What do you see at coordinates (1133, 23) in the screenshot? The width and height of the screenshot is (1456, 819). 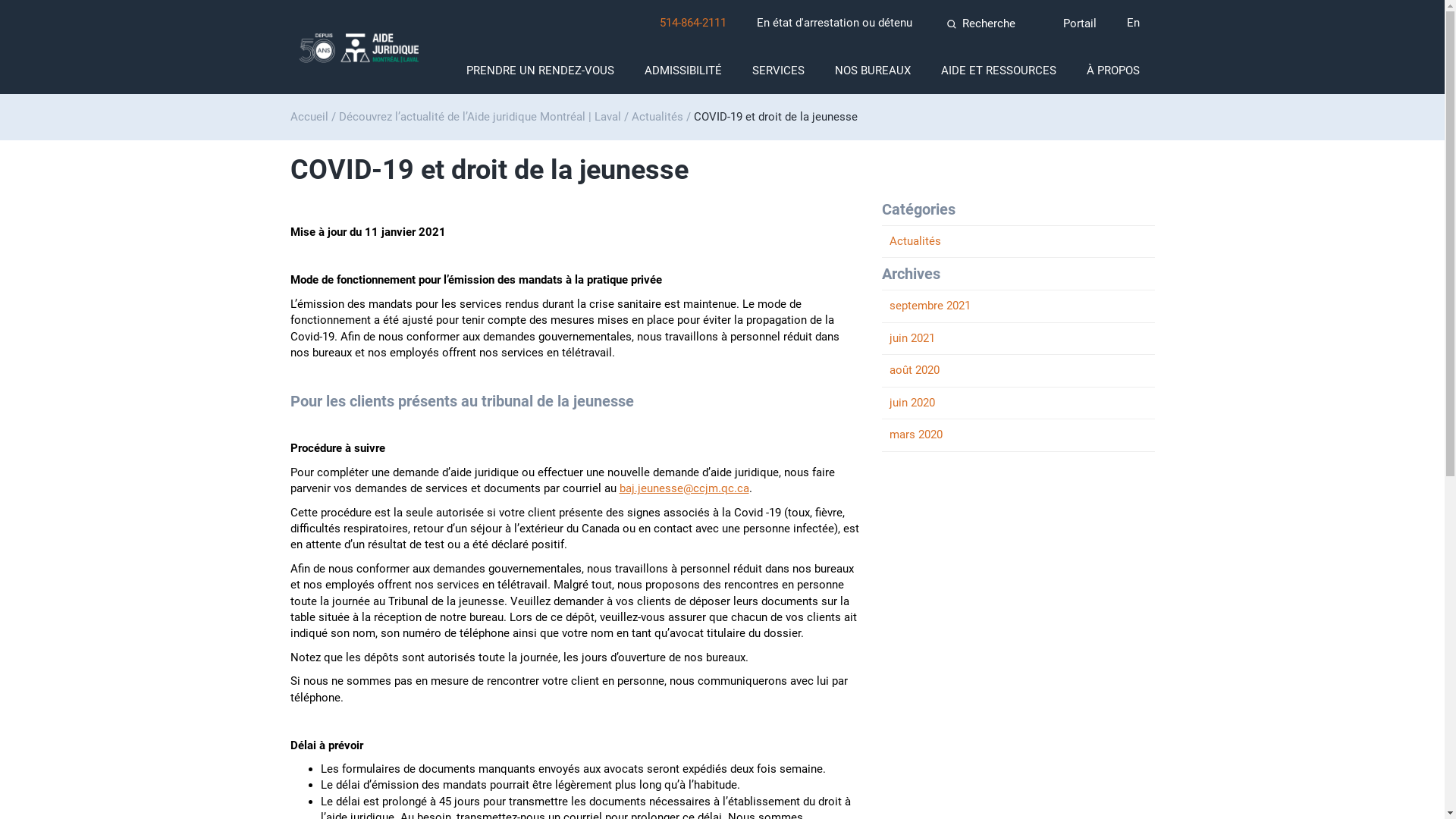 I see `'En'` at bounding box center [1133, 23].